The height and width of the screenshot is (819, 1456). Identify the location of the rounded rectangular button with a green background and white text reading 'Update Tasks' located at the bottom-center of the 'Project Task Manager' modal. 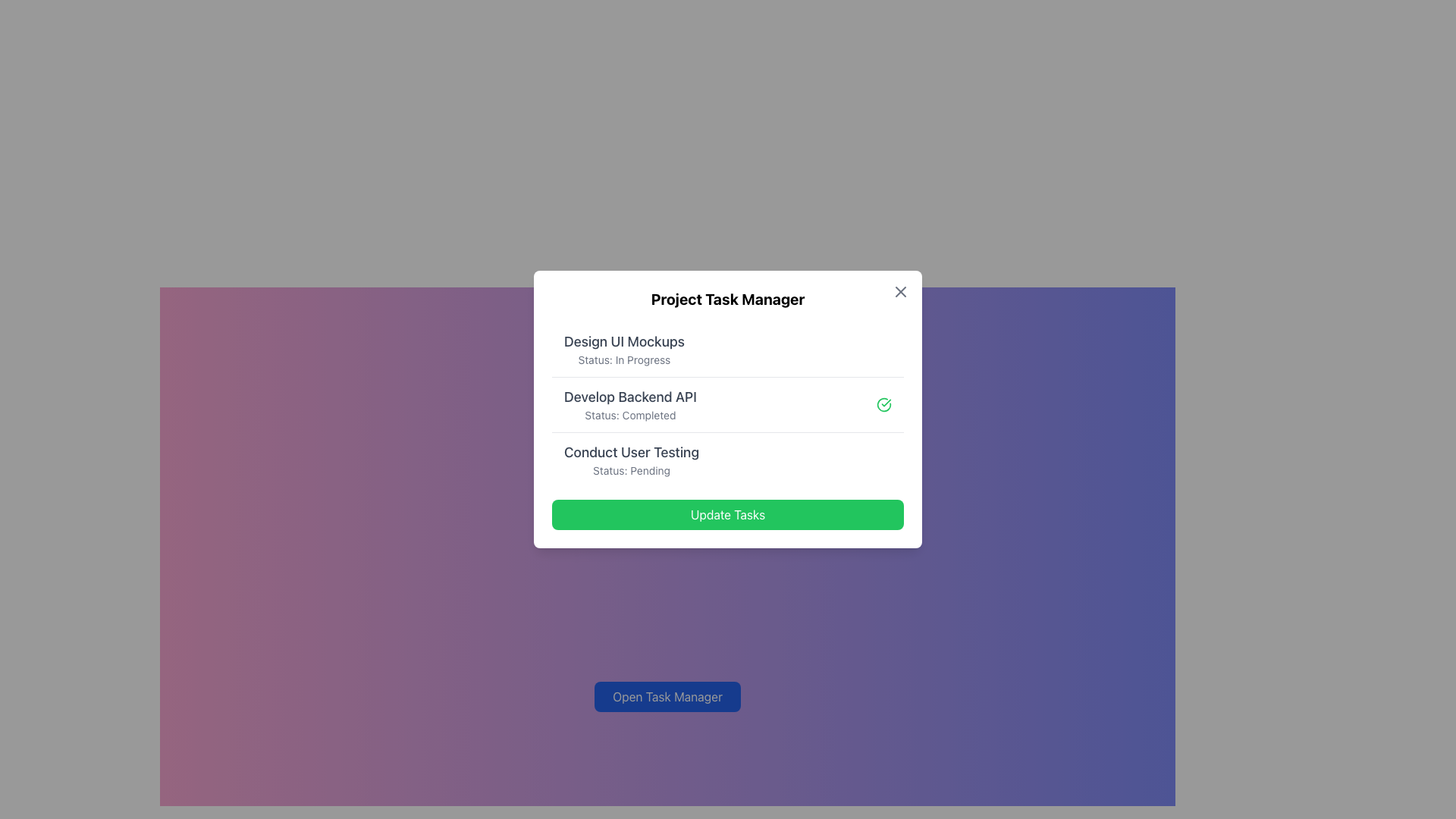
(728, 513).